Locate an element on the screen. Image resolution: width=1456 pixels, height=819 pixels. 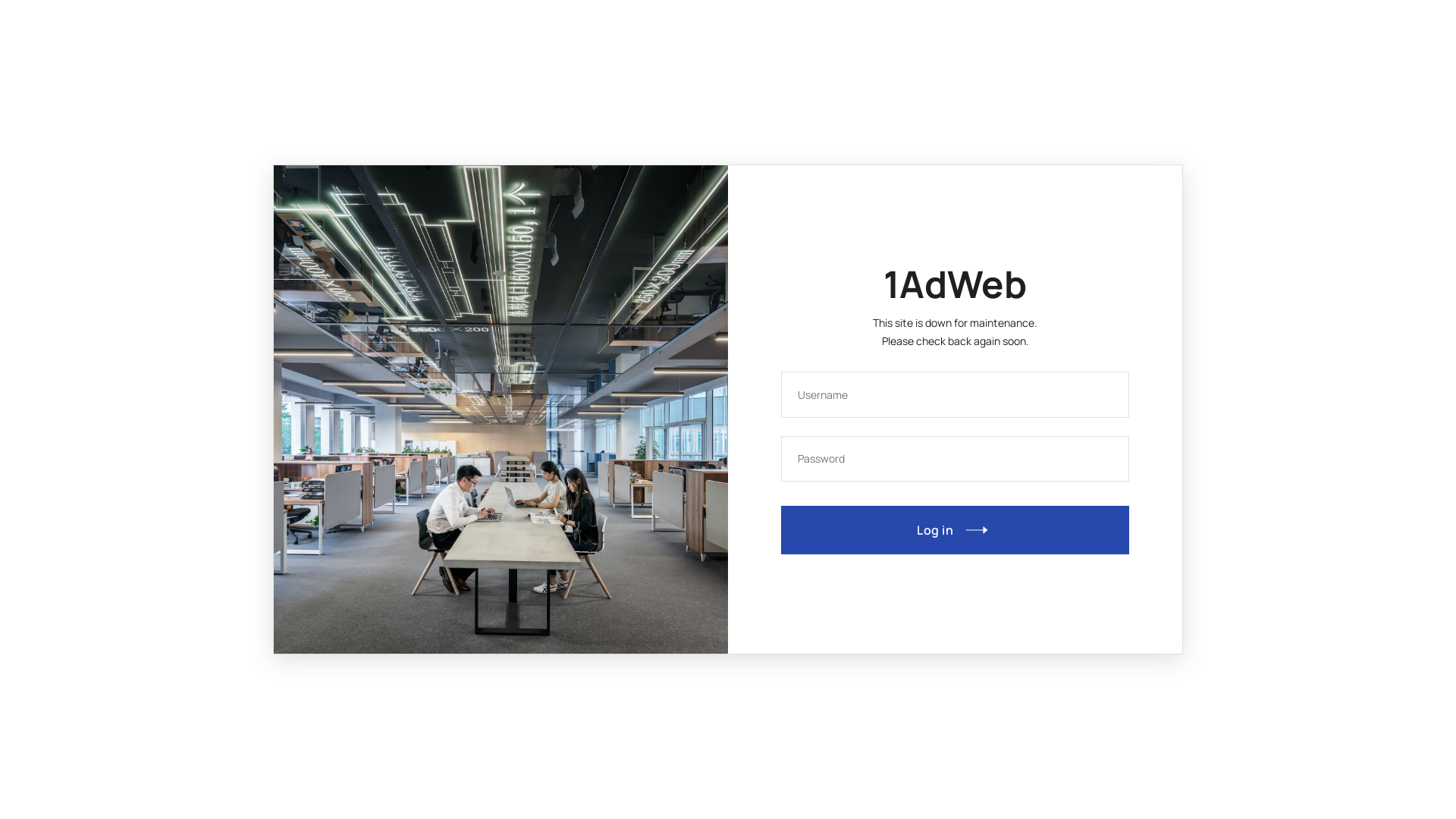
'Log in' is located at coordinates (954, 529).